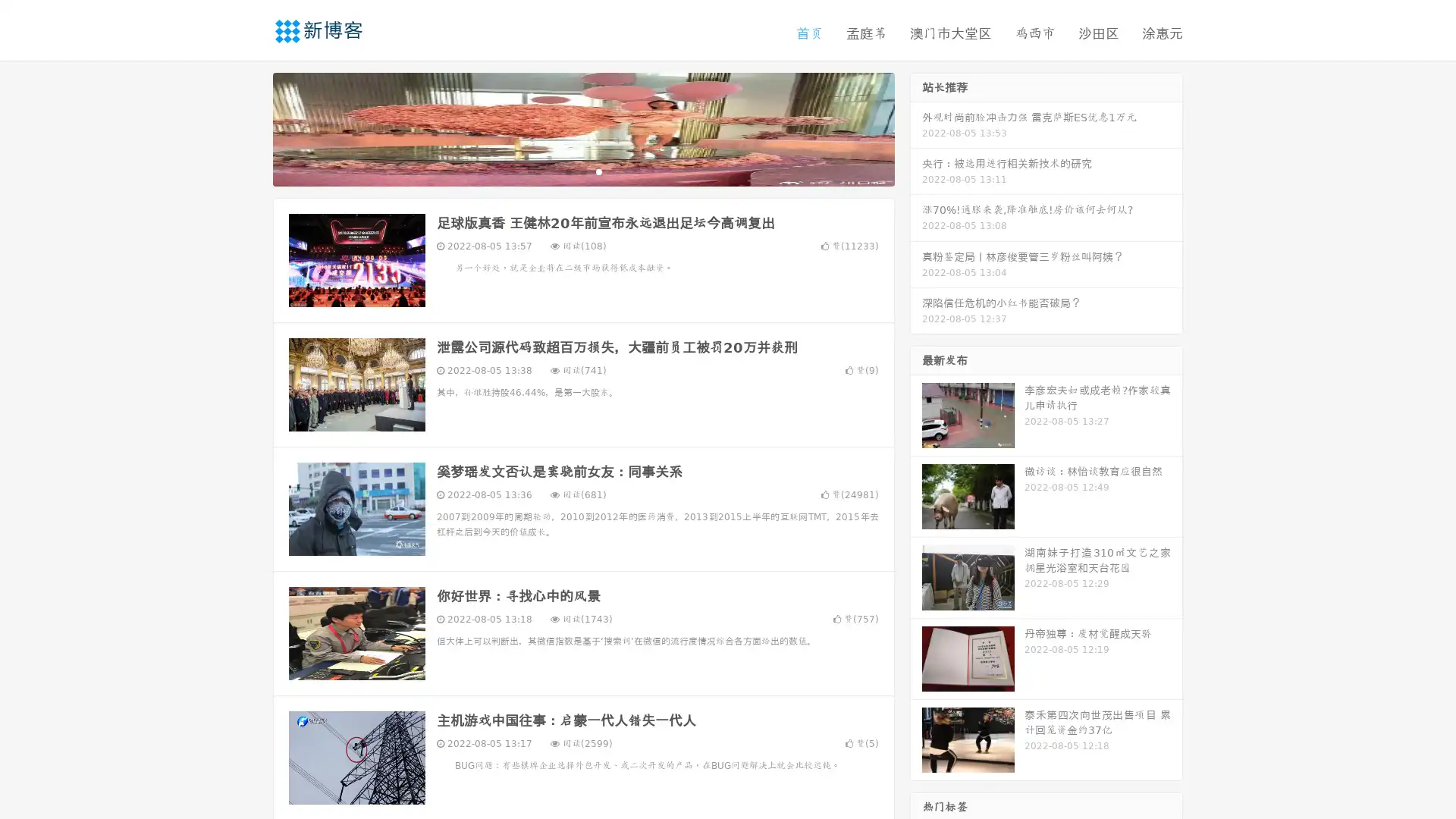  I want to click on Go to slide 1, so click(567, 171).